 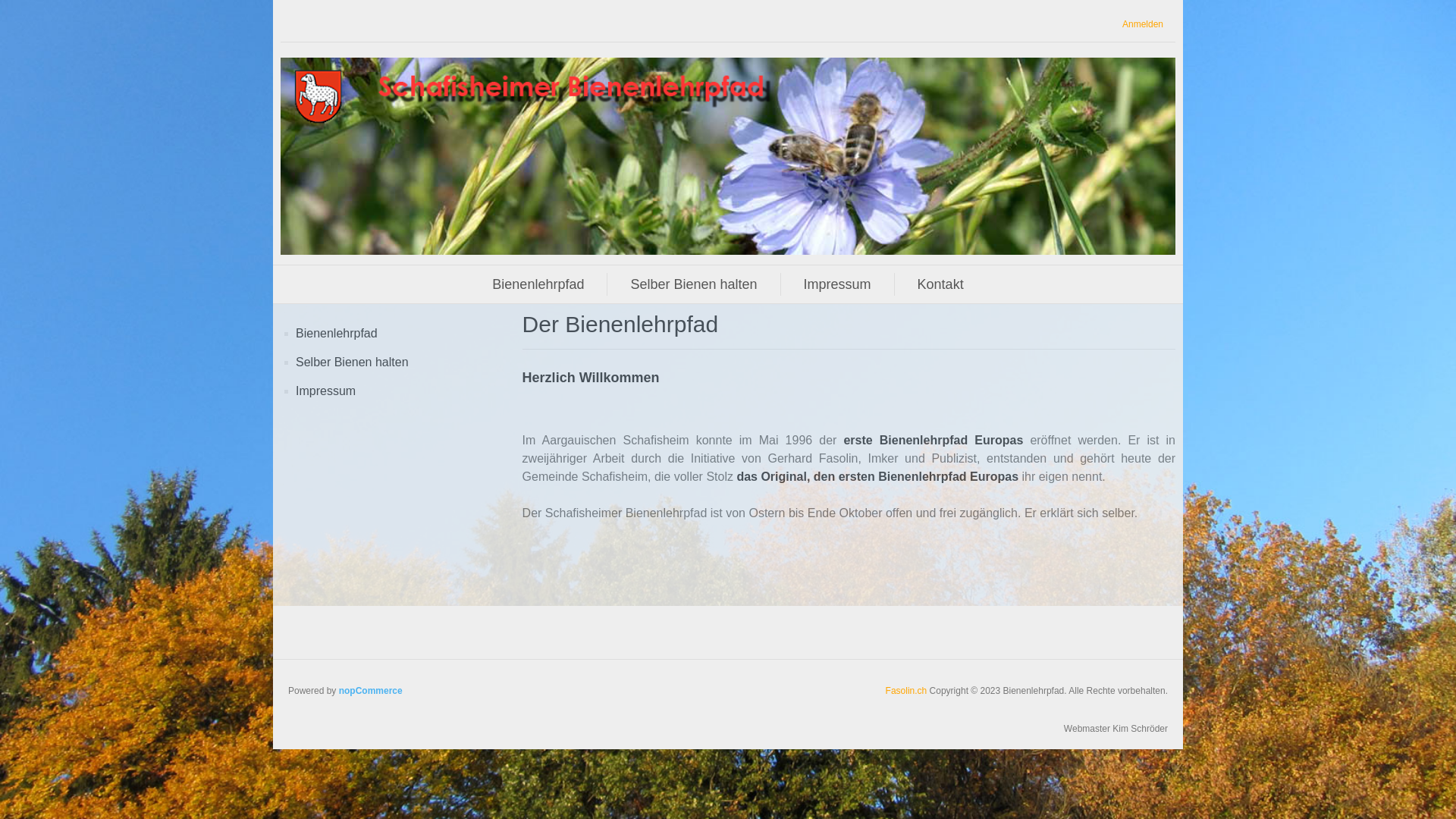 What do you see at coordinates (325, 391) in the screenshot?
I see `'Impressum'` at bounding box center [325, 391].